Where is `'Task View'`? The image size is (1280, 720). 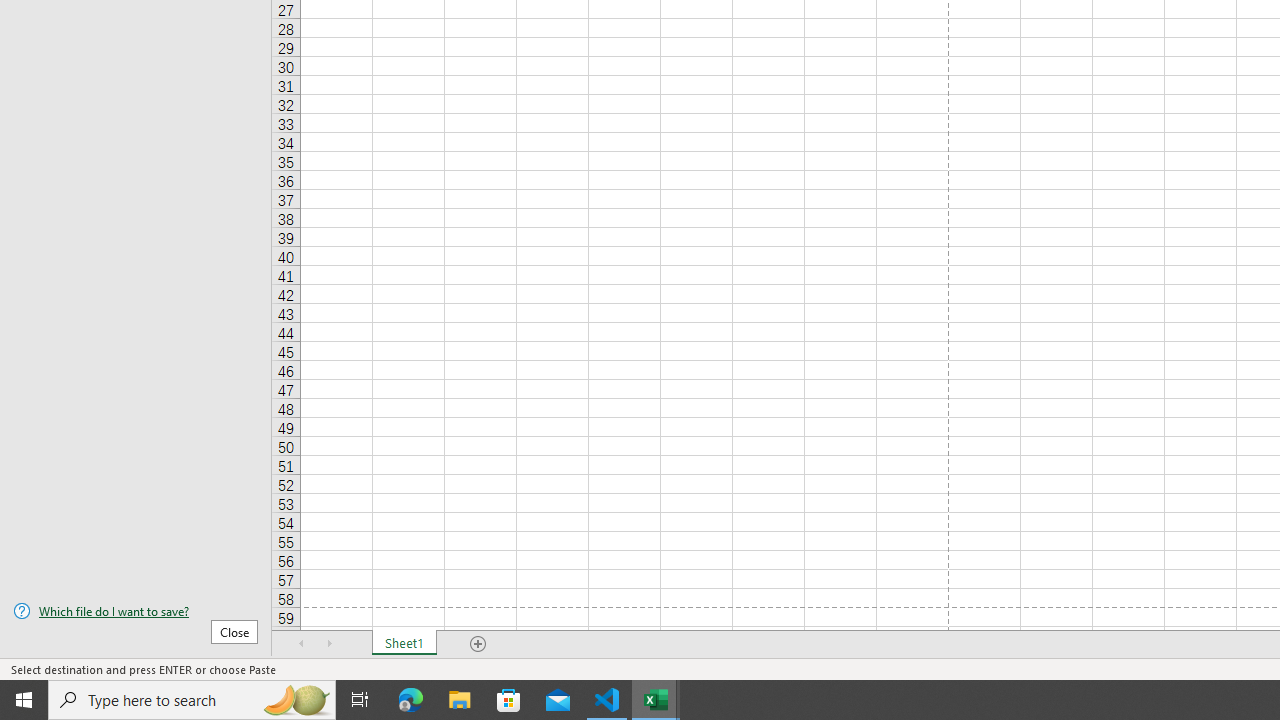
'Task View' is located at coordinates (359, 698).